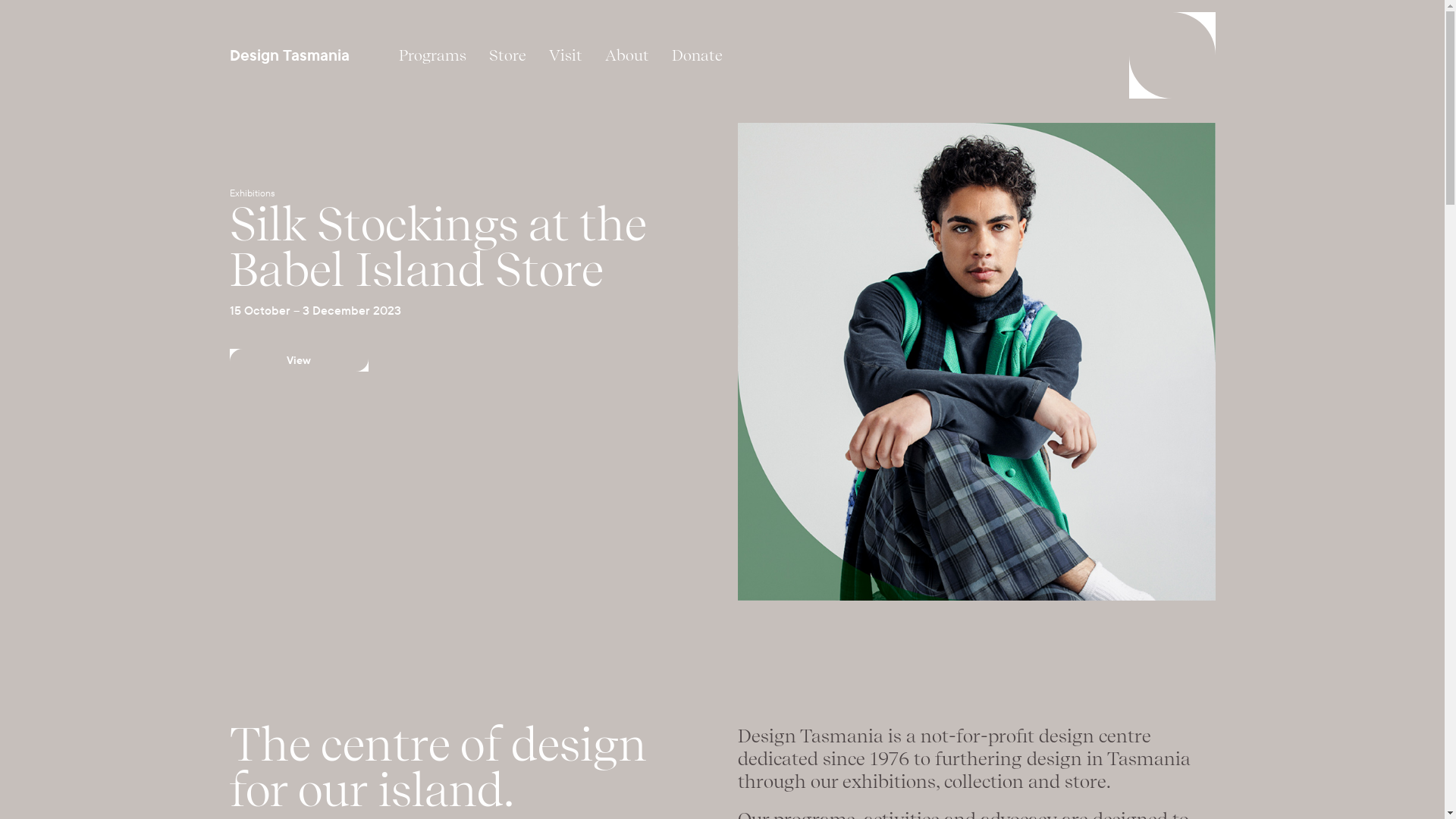  What do you see at coordinates (626, 55) in the screenshot?
I see `'About'` at bounding box center [626, 55].